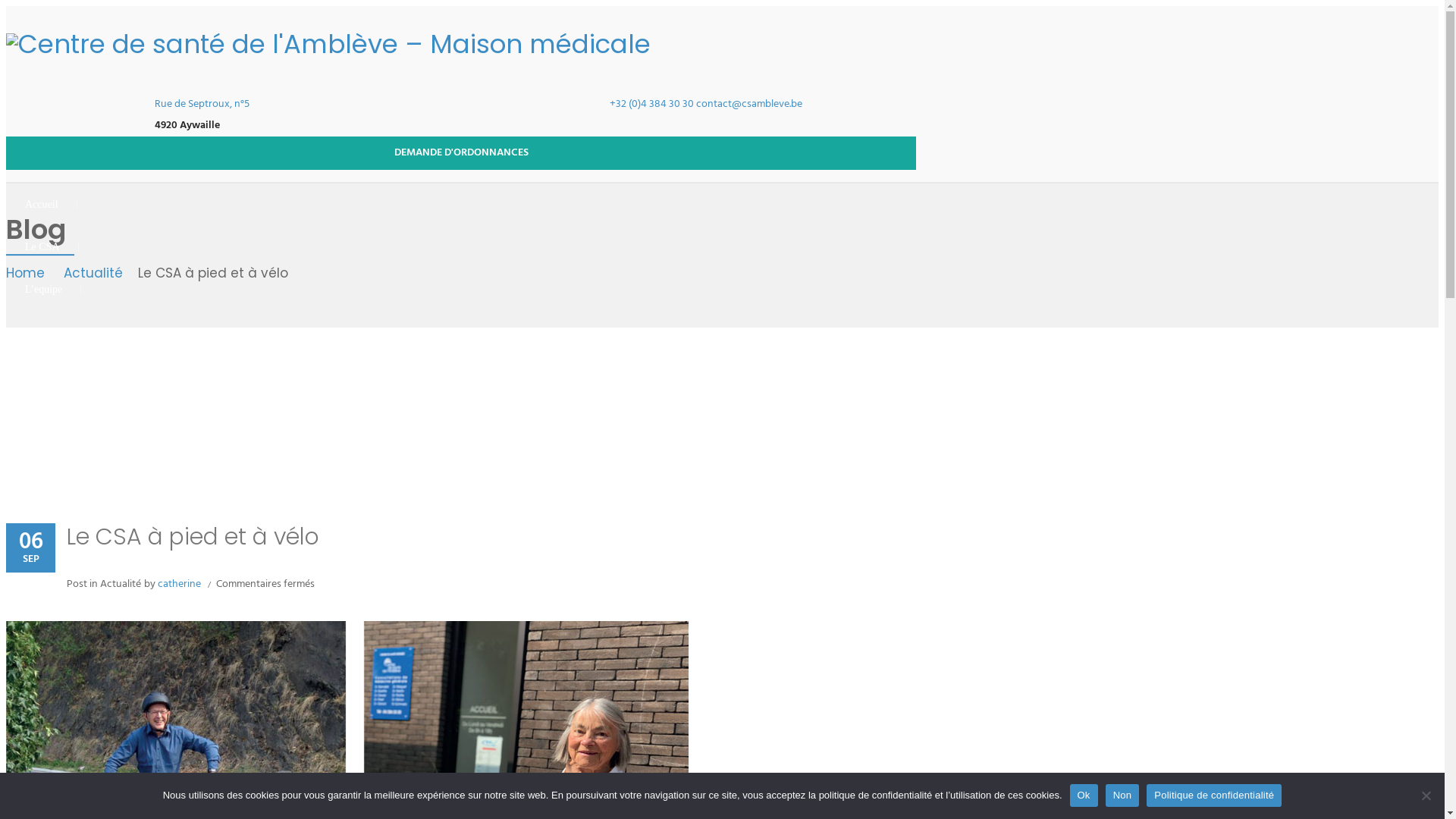 Image resolution: width=1456 pixels, height=819 pixels. What do you see at coordinates (29, 274) in the screenshot?
I see `'Home'` at bounding box center [29, 274].